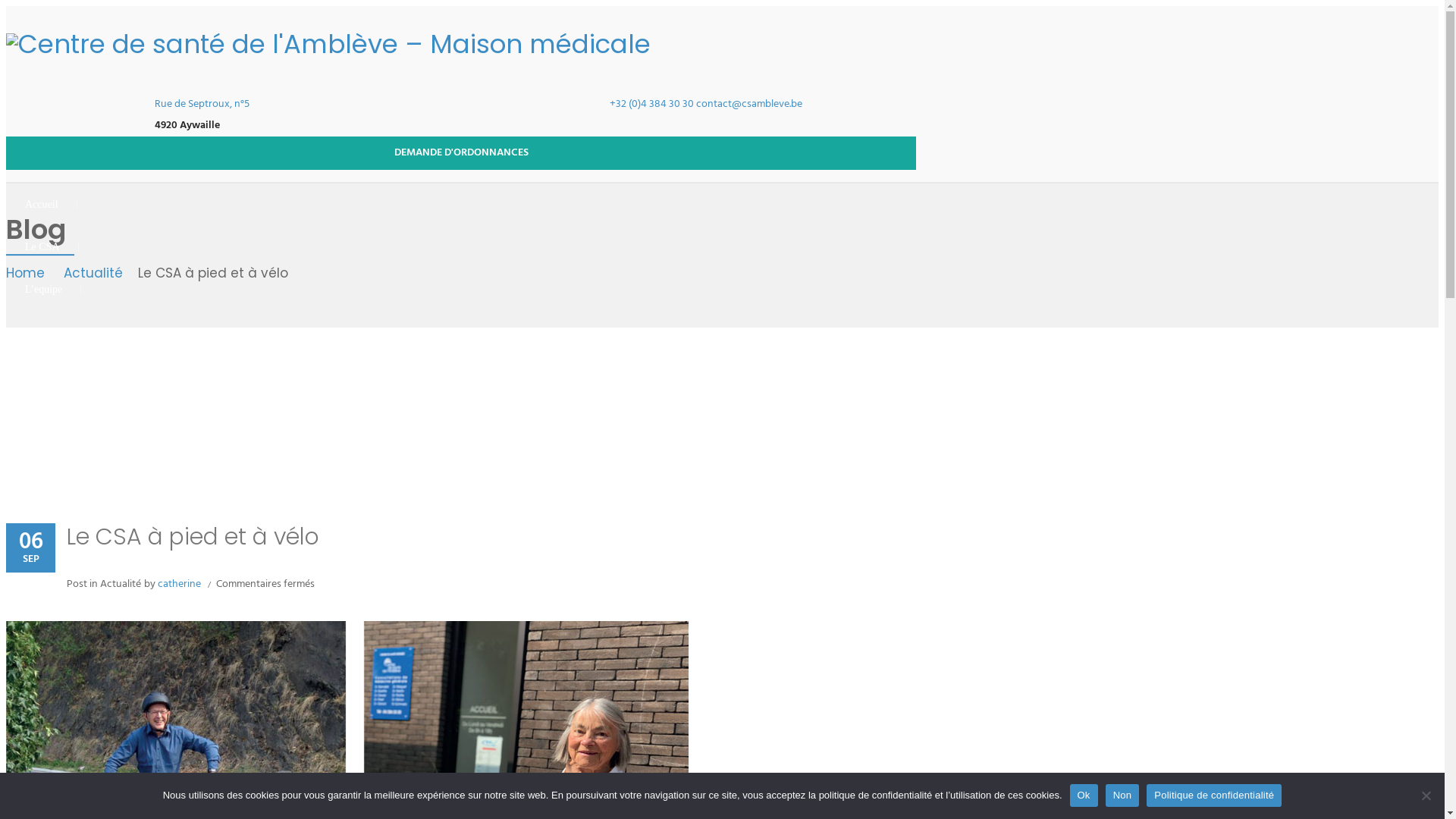 Image resolution: width=1456 pixels, height=819 pixels. What do you see at coordinates (29, 274) in the screenshot?
I see `'Home'` at bounding box center [29, 274].